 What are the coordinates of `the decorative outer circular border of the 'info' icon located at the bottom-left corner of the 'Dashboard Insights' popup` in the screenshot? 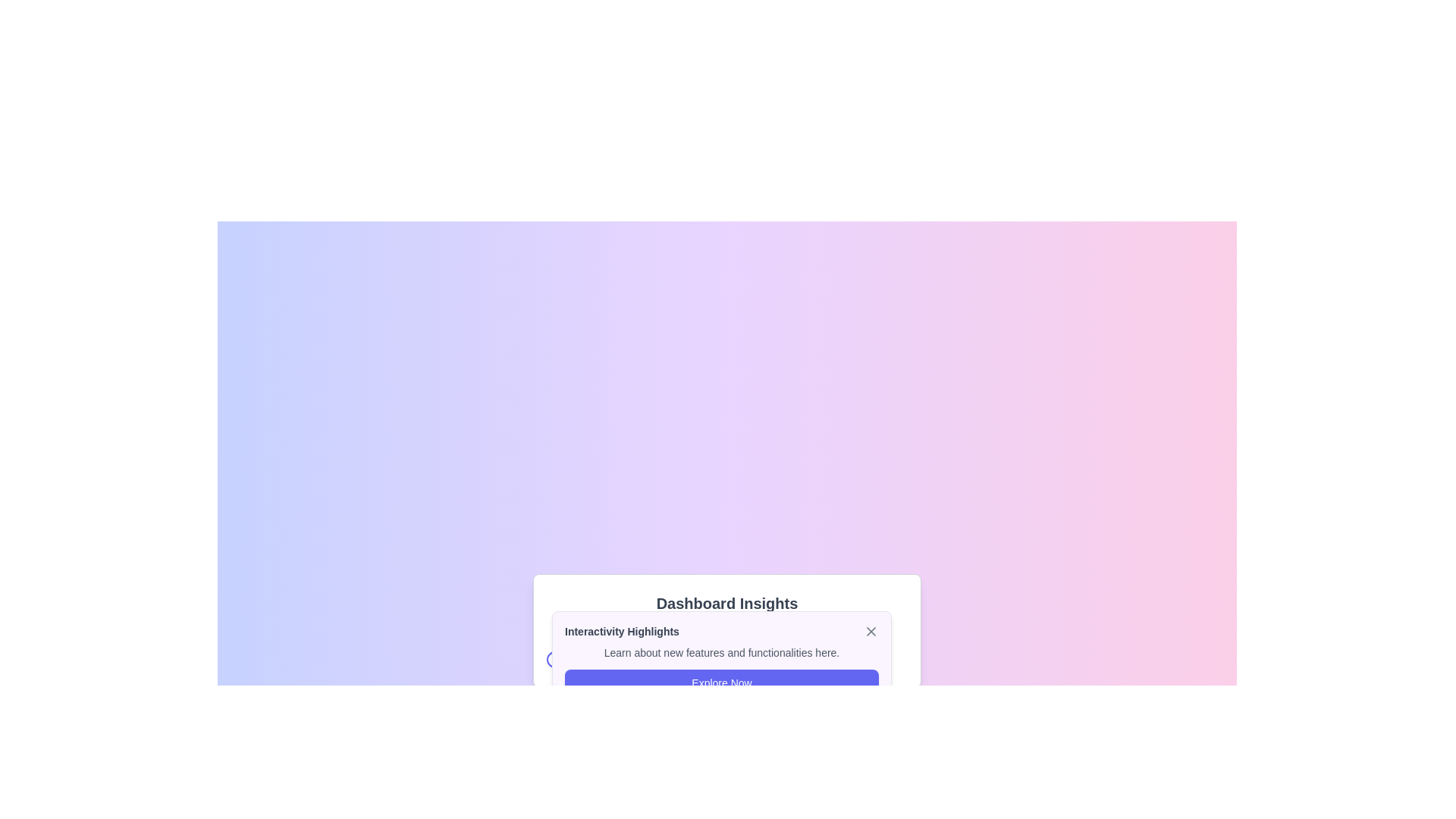 It's located at (554, 659).